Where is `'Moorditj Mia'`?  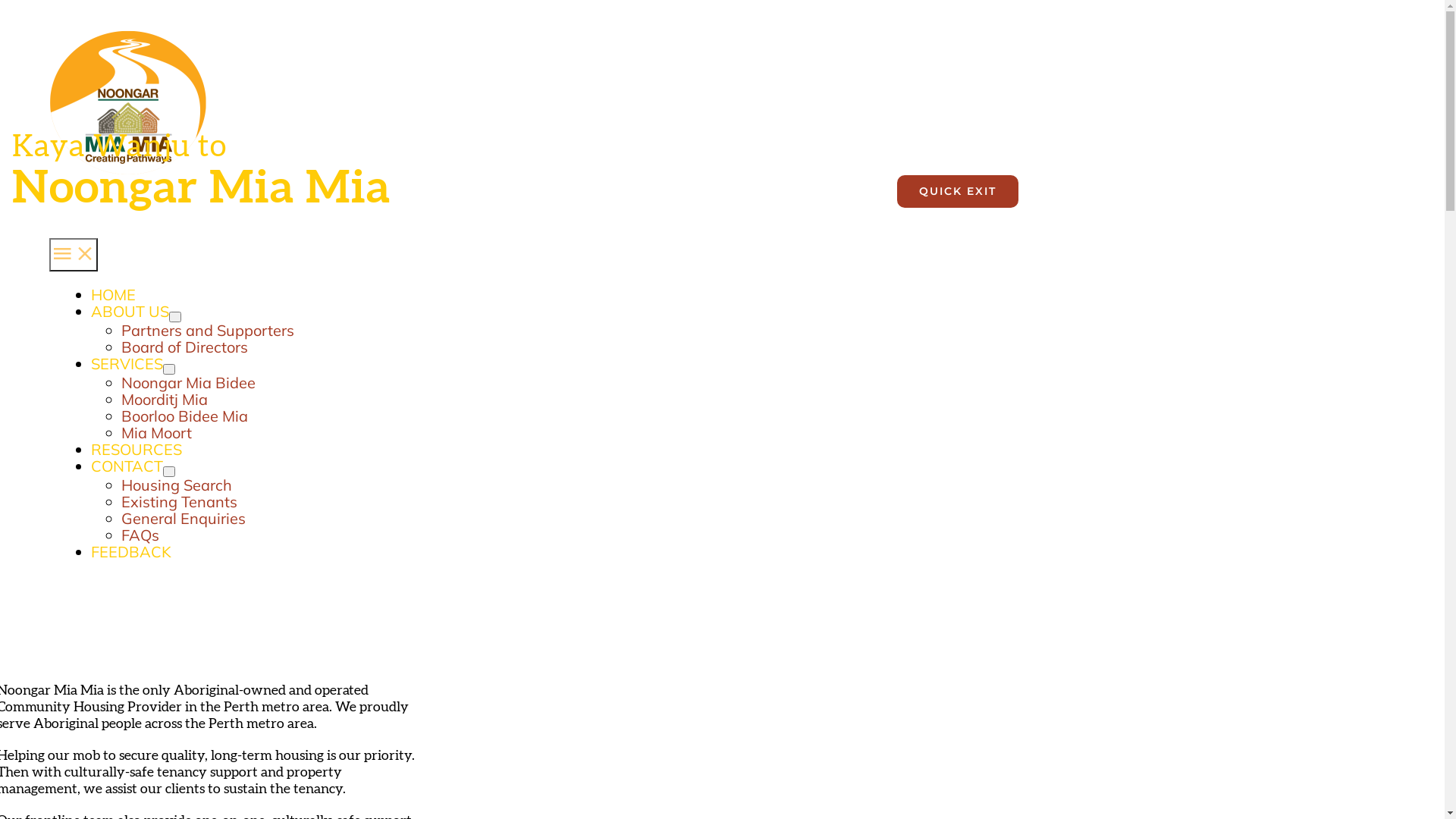
'Moorditj Mia' is located at coordinates (164, 398).